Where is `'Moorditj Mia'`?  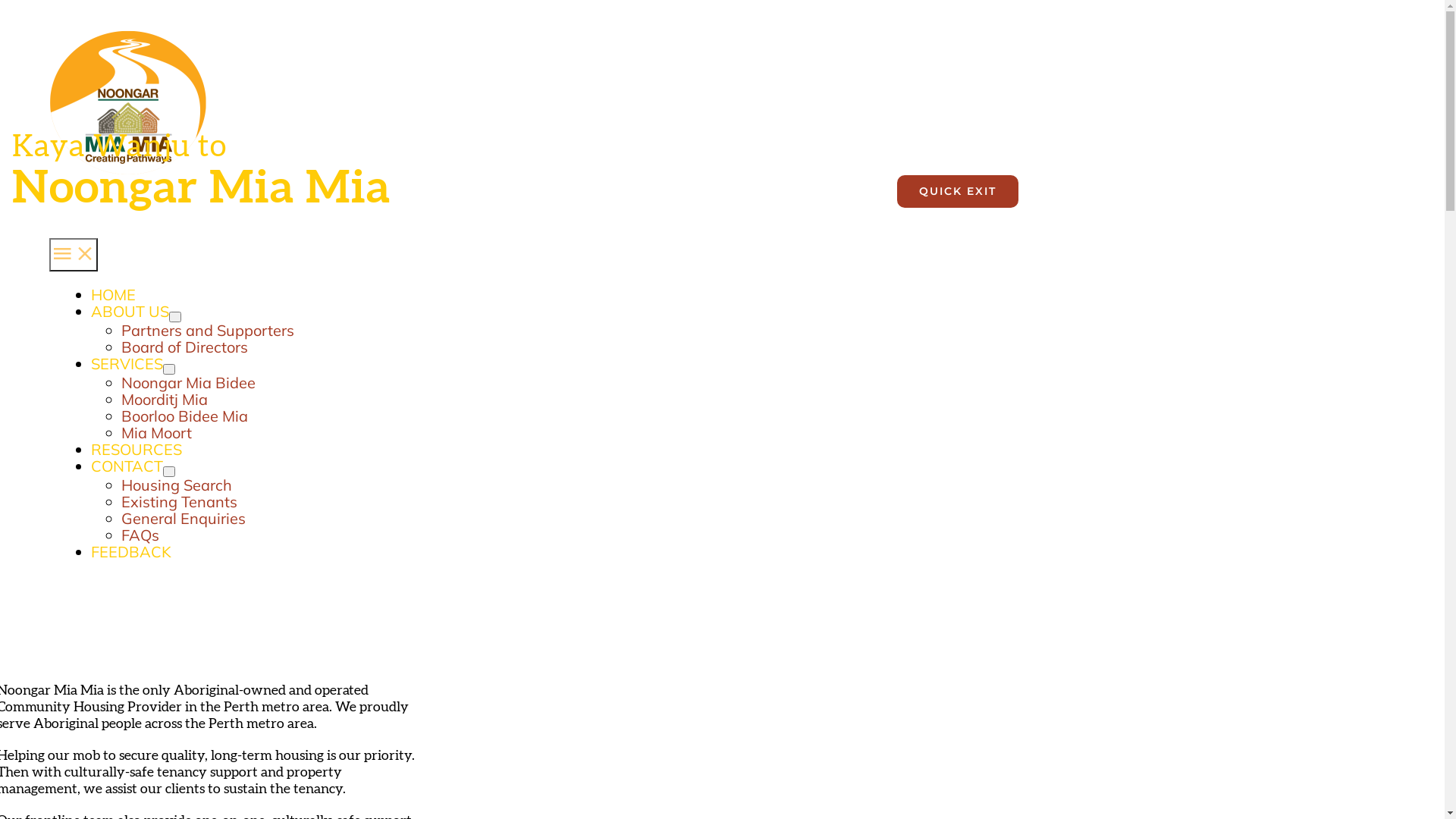
'Moorditj Mia' is located at coordinates (164, 398).